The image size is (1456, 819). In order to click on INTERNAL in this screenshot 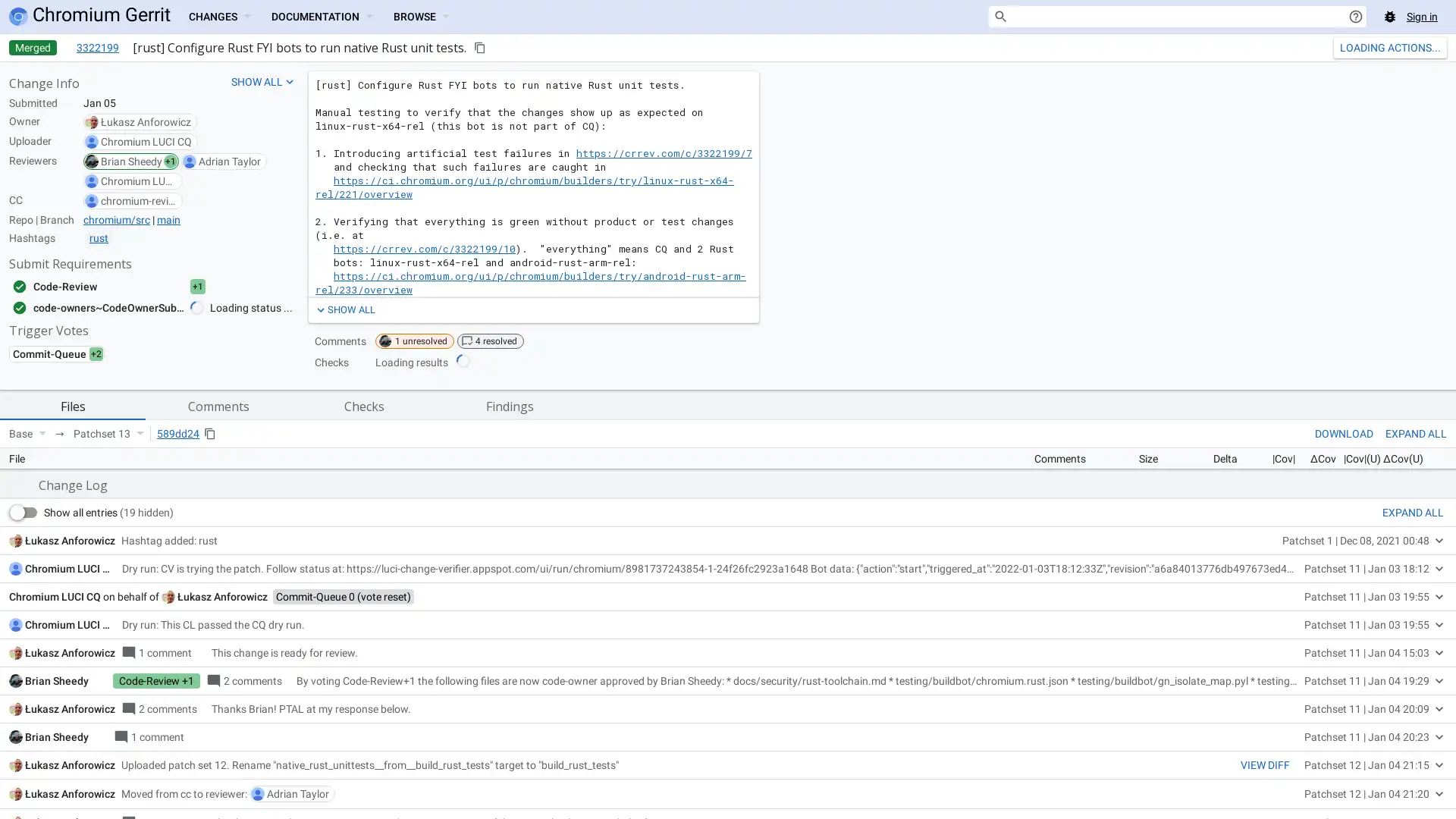, I will do `click(1316, 660)`.